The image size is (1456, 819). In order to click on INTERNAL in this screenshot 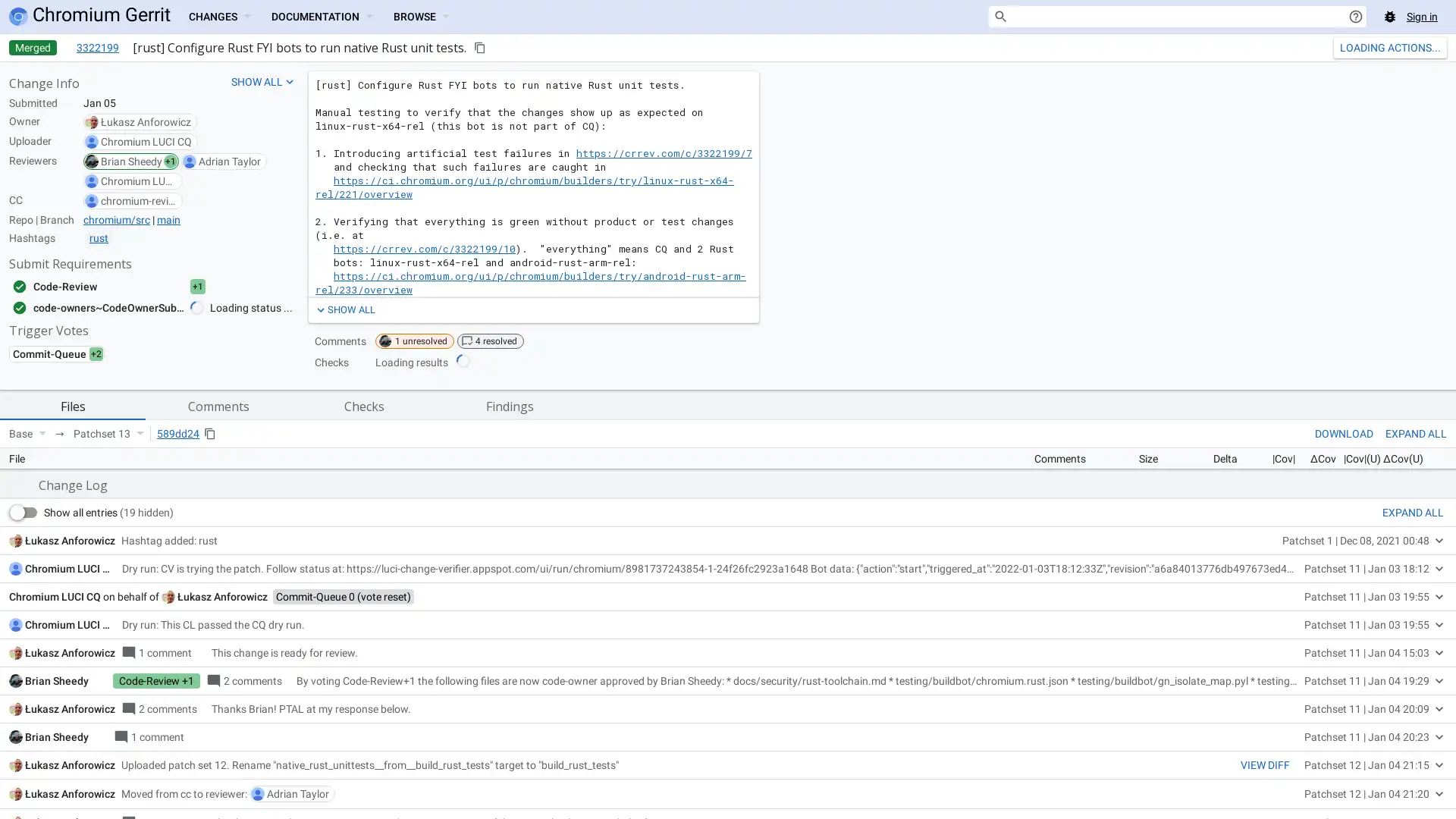, I will do `click(1316, 660)`.